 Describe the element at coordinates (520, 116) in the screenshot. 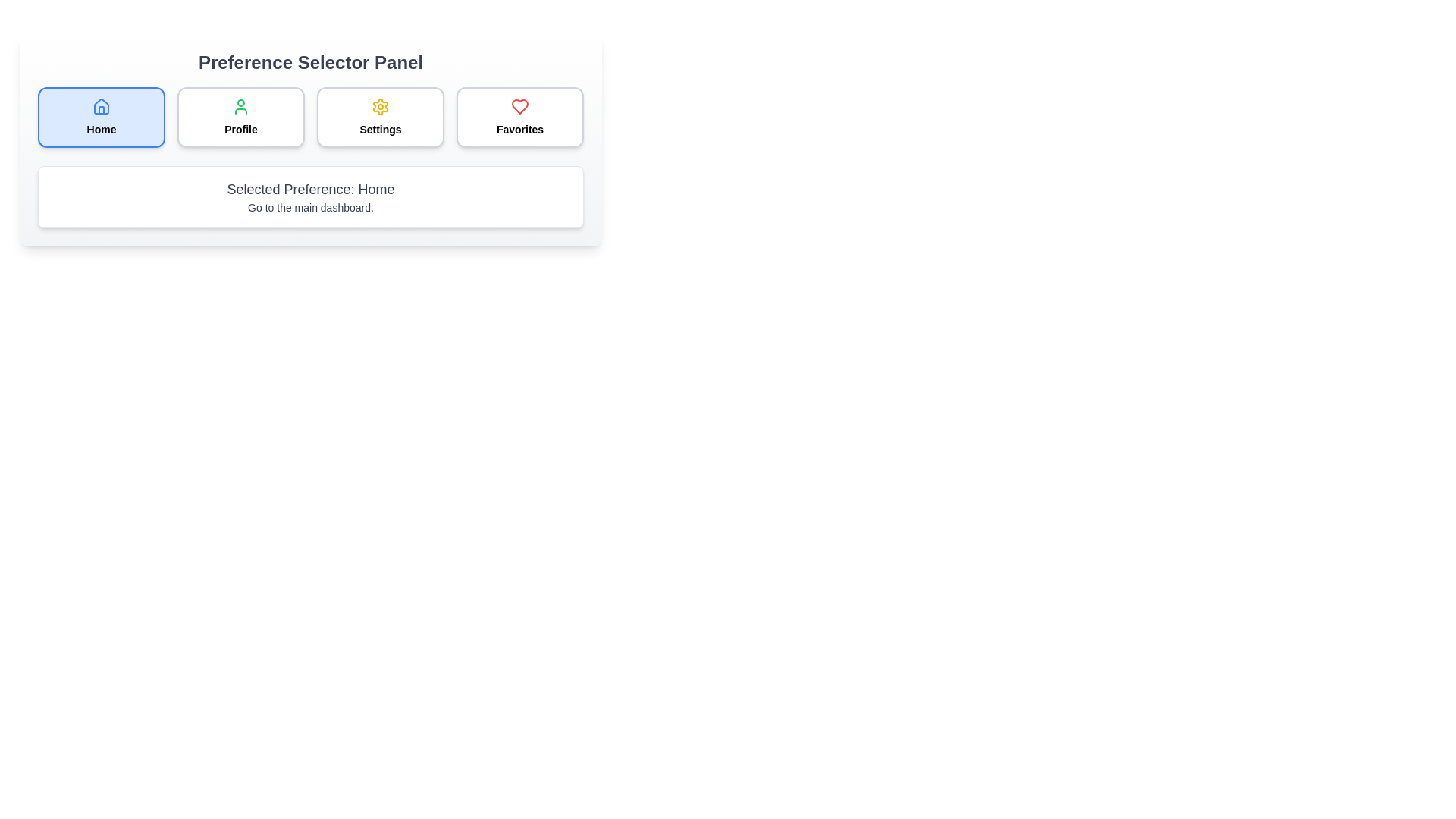

I see `the fourth button in the grid layout, which has a white background, a red heart icon, and the word 'Favorites' in bold black text` at that location.